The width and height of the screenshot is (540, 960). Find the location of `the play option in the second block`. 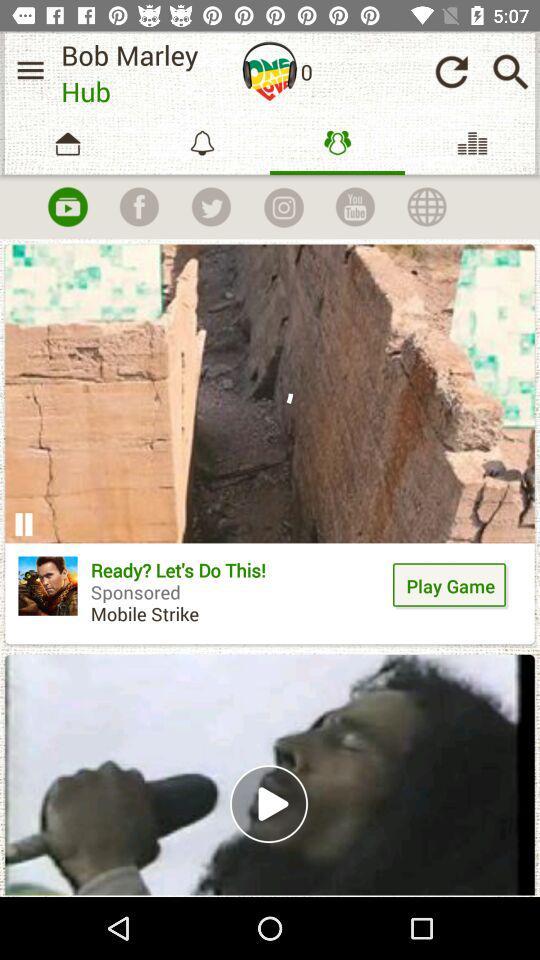

the play option in the second block is located at coordinates (270, 803).